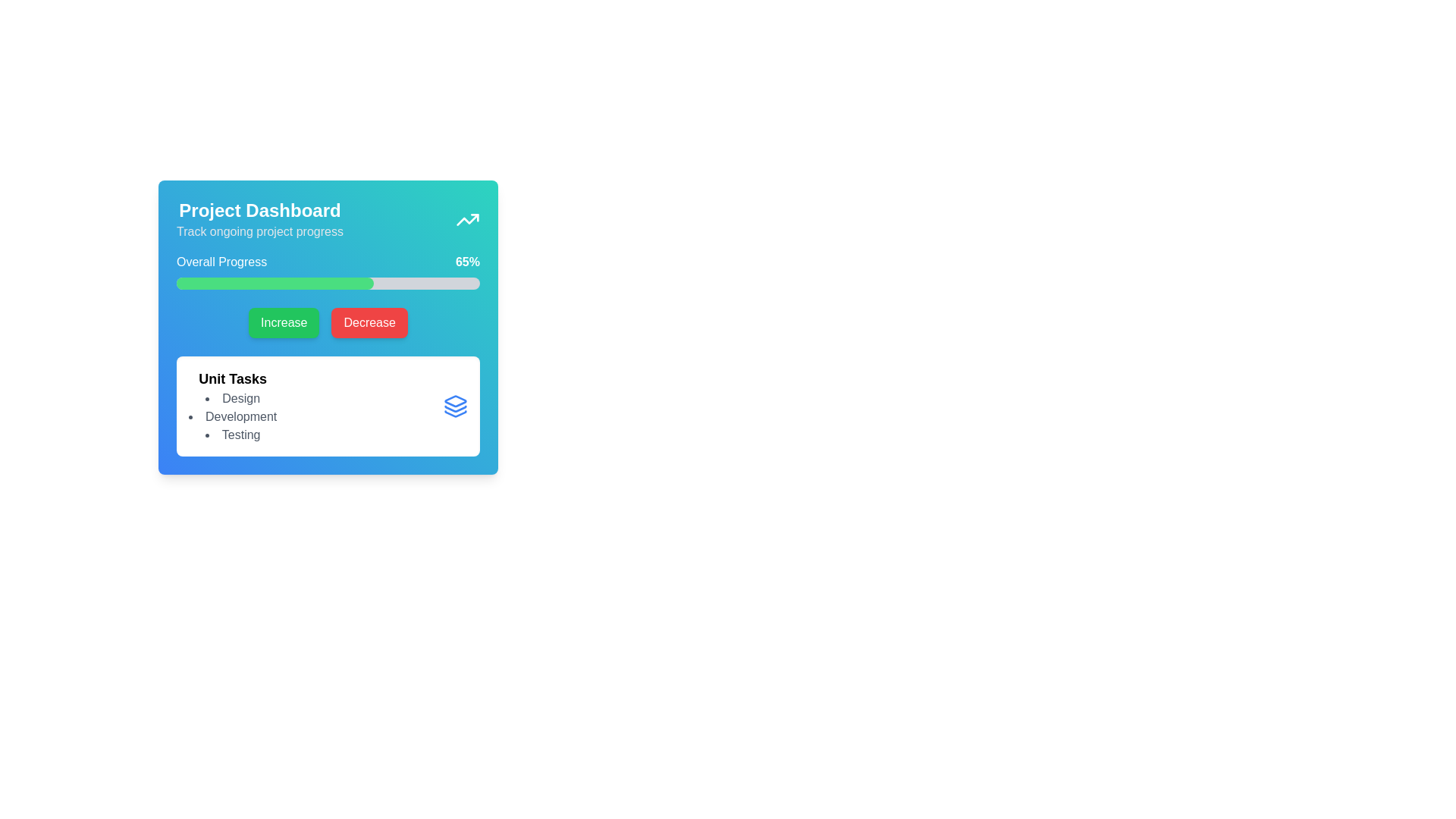  Describe the element at coordinates (467, 219) in the screenshot. I see `left line segment of the zigzag pattern in the SVG graphic representing the trending upwards symbol, located within the 'Project Dashboard' card` at that location.